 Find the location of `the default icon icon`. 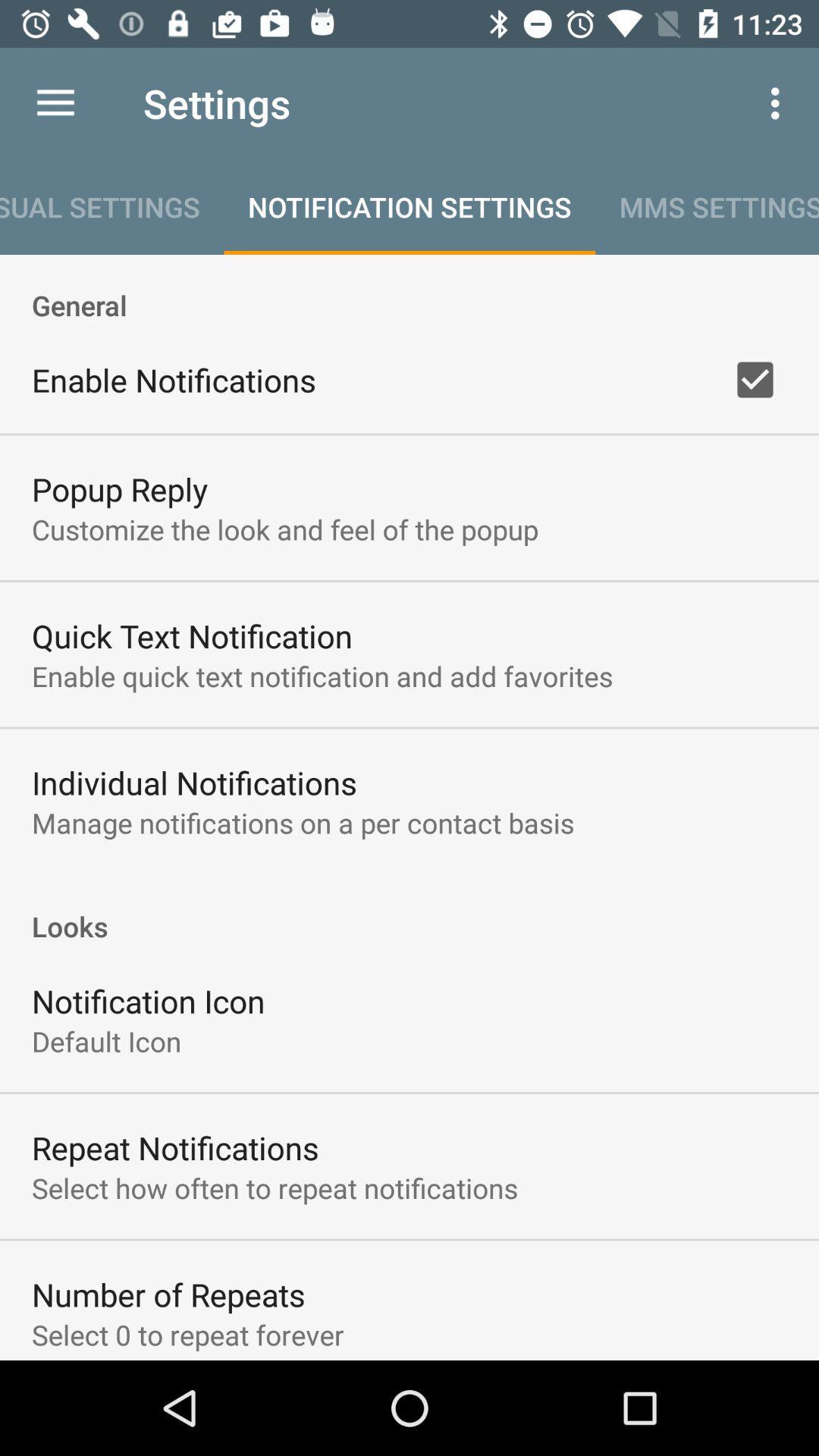

the default icon icon is located at coordinates (105, 1040).